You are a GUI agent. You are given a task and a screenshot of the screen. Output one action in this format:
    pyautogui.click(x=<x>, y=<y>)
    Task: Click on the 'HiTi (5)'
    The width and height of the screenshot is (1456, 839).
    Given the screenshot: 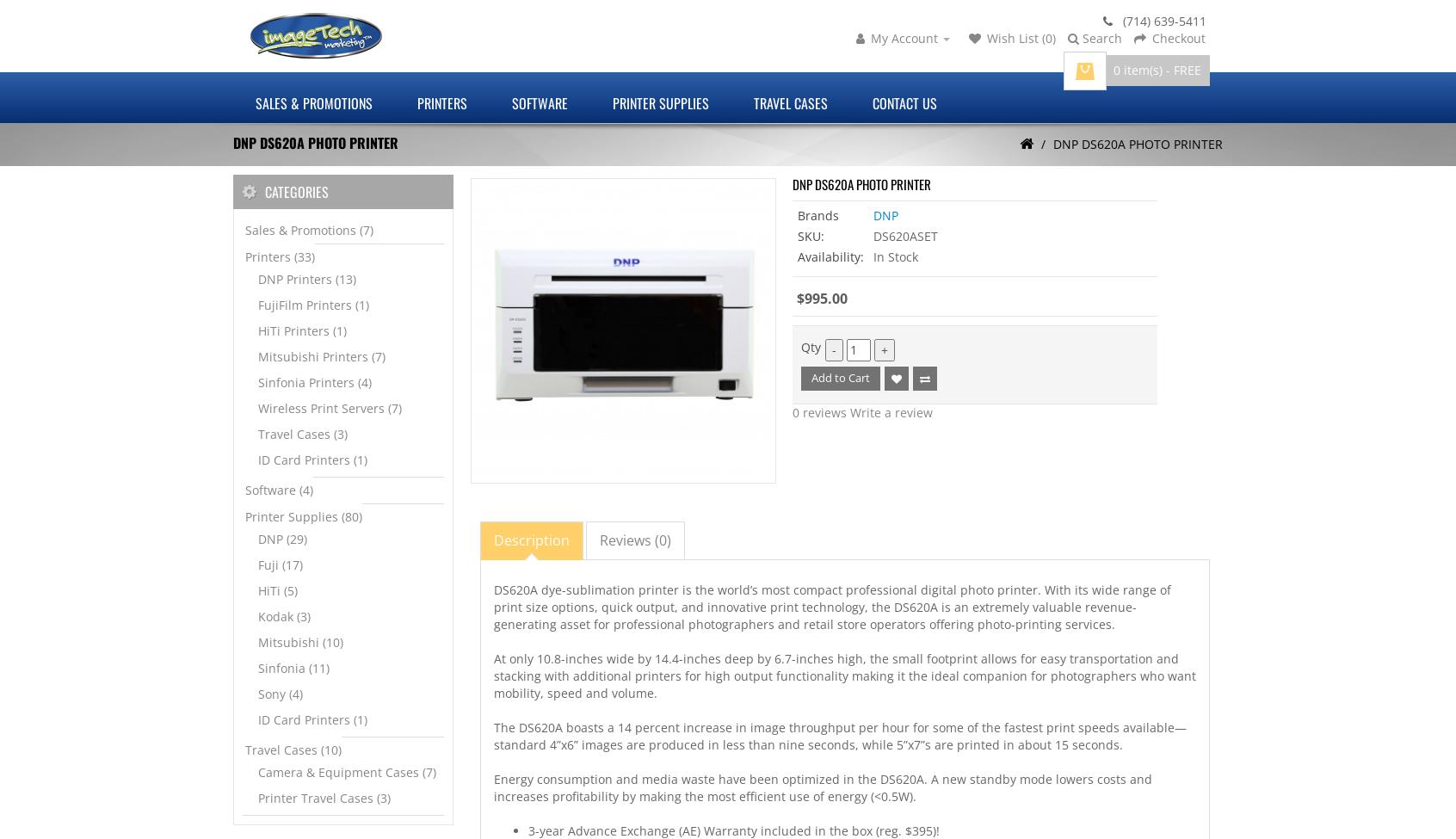 What is the action you would take?
    pyautogui.click(x=256, y=589)
    